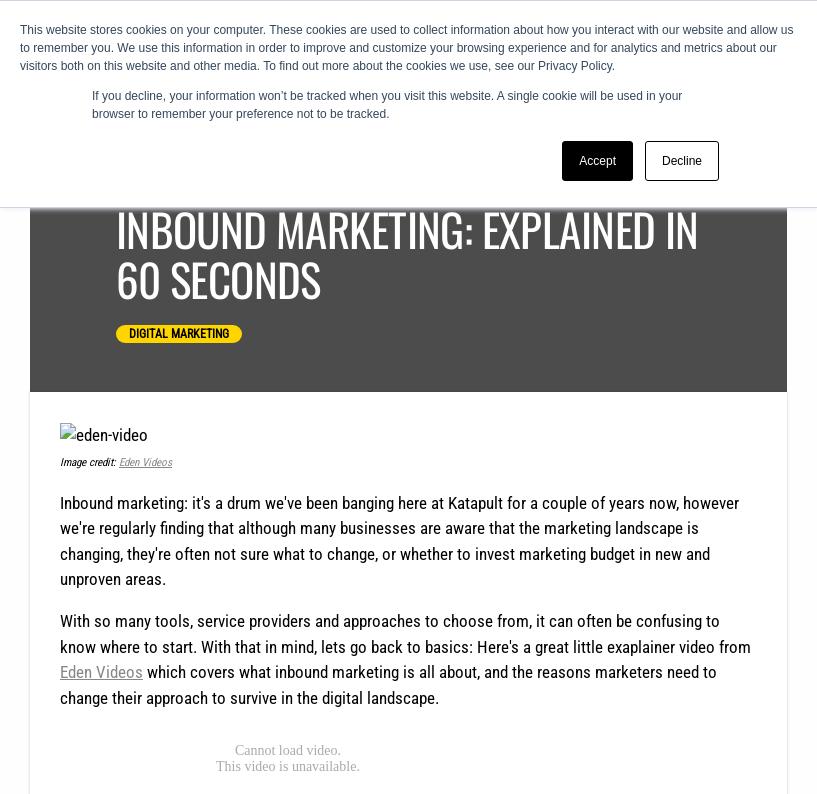 The image size is (817, 794). What do you see at coordinates (177, 332) in the screenshot?
I see `'Digital marketing'` at bounding box center [177, 332].